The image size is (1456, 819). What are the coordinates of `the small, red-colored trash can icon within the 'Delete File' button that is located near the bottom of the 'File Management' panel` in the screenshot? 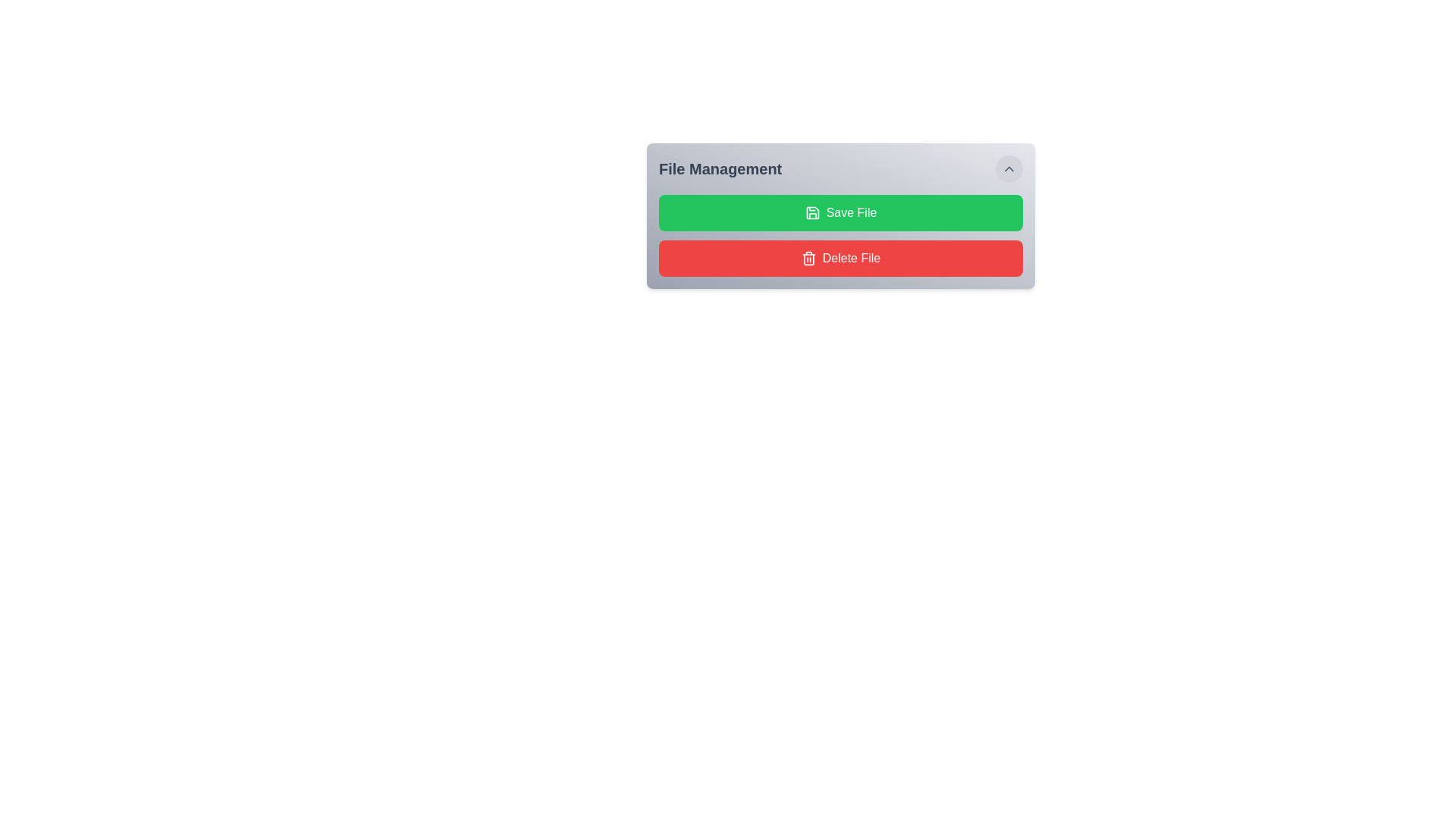 It's located at (808, 257).